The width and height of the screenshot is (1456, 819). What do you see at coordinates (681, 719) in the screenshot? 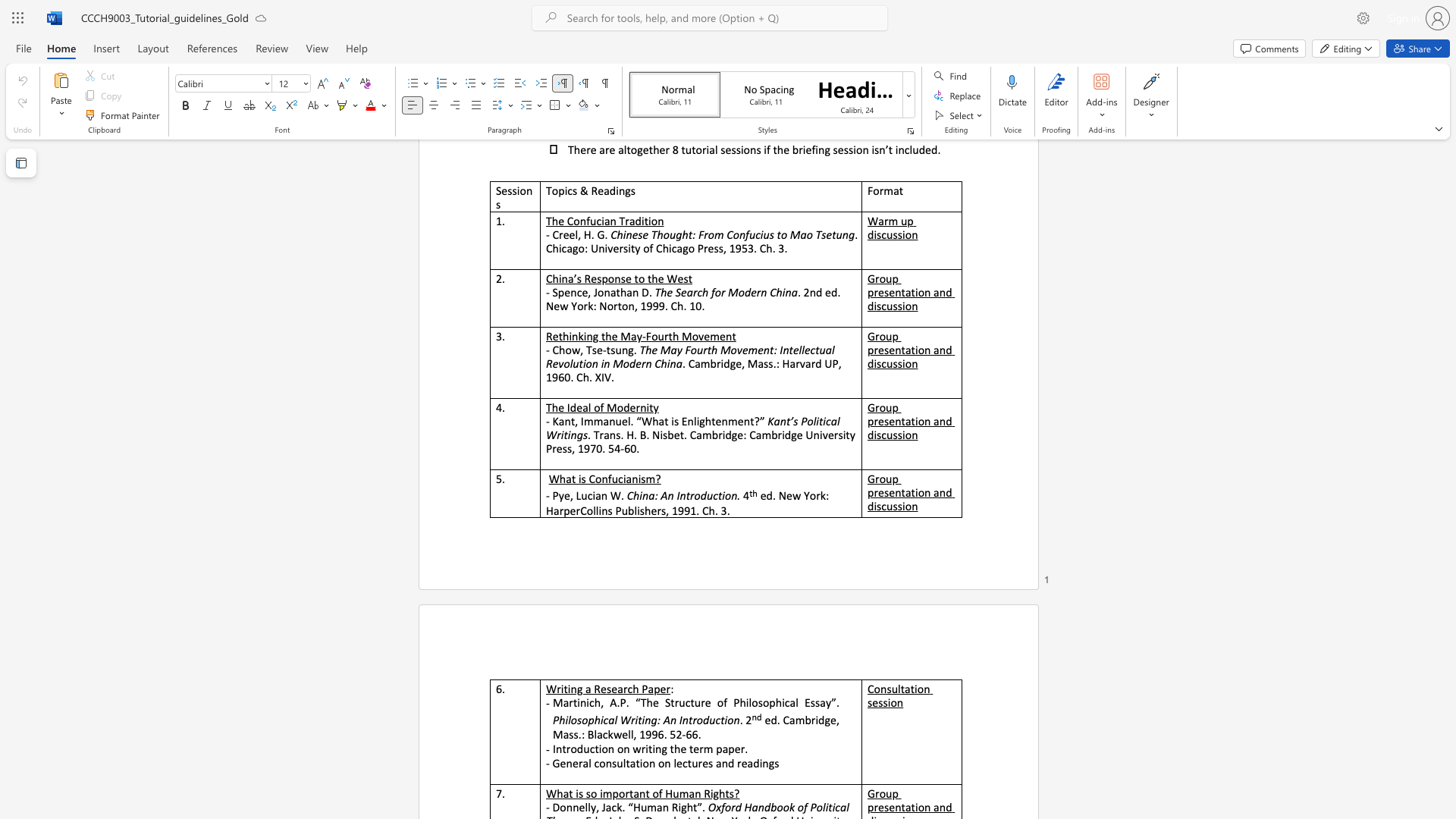
I see `the subset text "ntrod" within the text "Philosophical Writing: An Introduction"` at bounding box center [681, 719].